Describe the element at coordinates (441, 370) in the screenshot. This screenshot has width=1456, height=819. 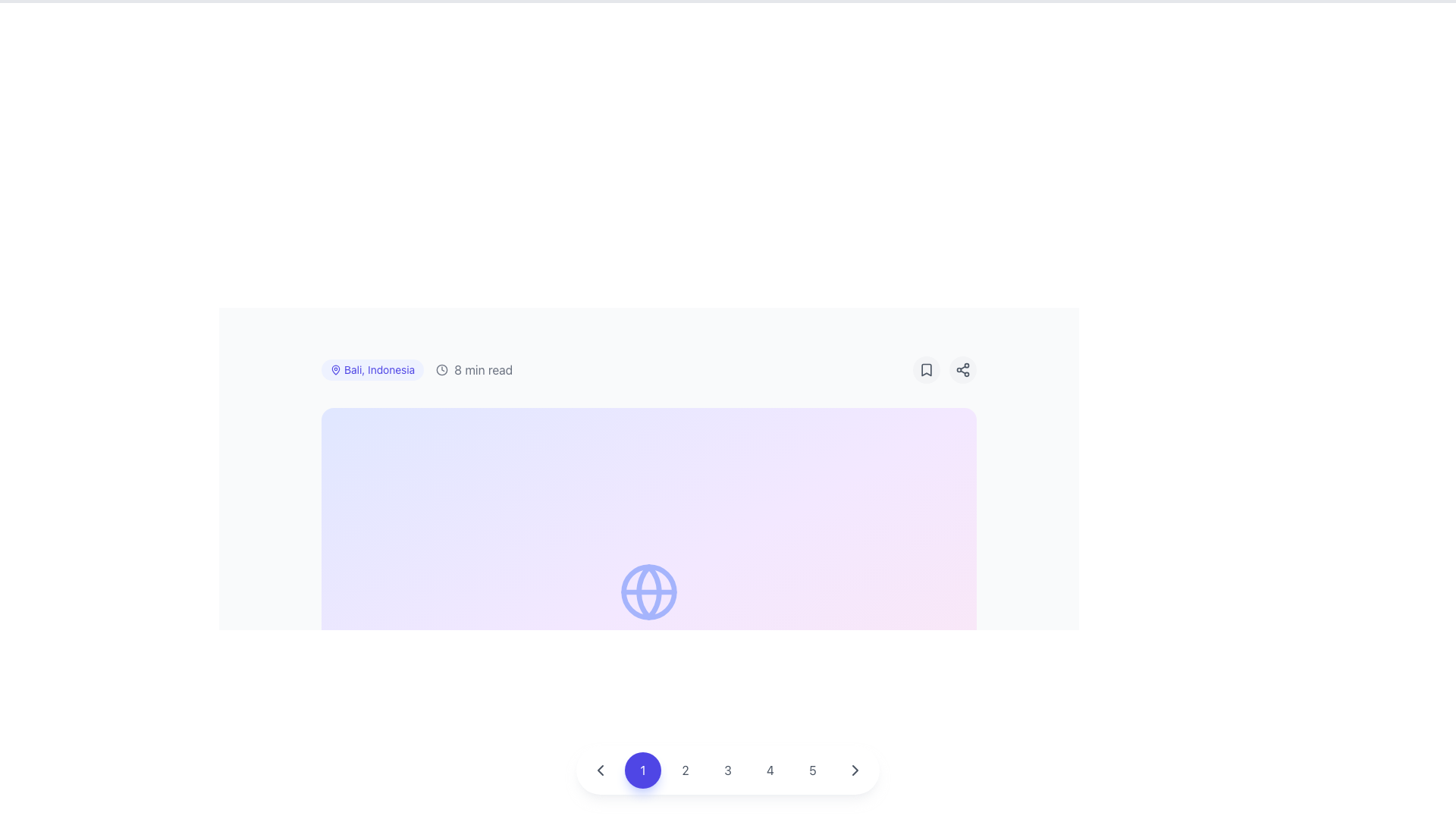
I see `the small circular grey clock icon located to the left of the text '8 min read'` at that location.